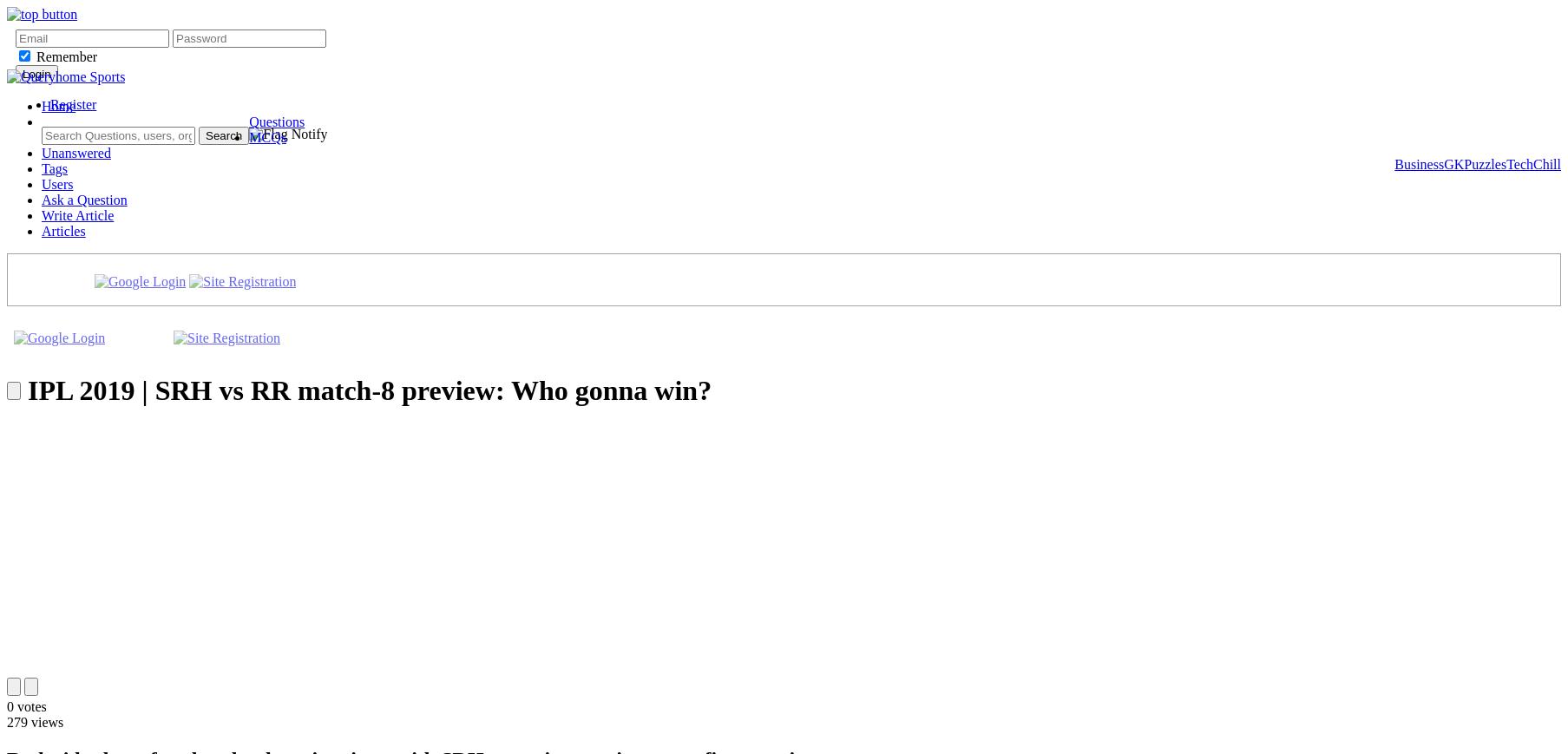 This screenshot has width=1568, height=754. I want to click on 'Home', so click(58, 105).